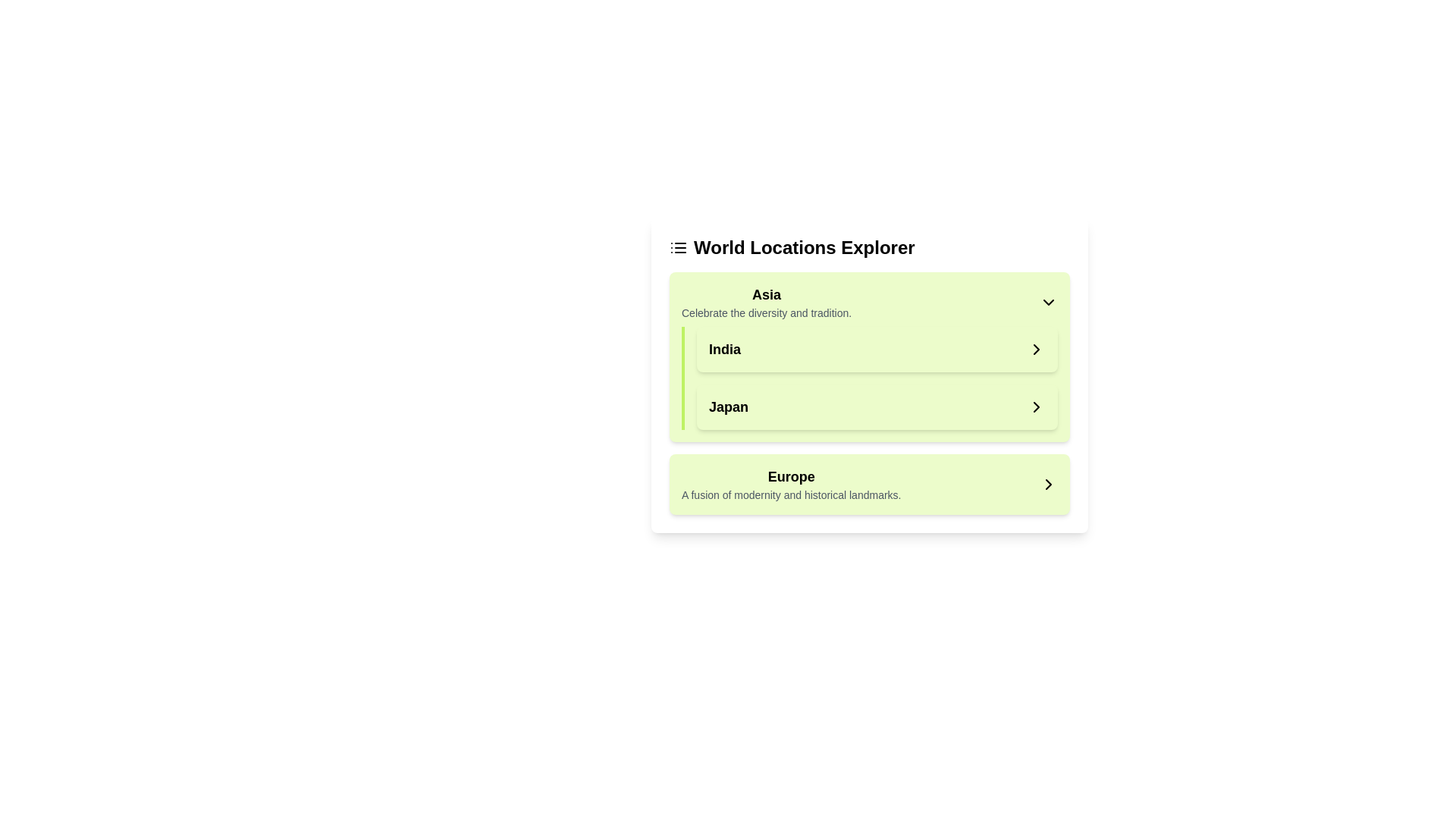 The image size is (1456, 819). Describe the element at coordinates (1036, 350) in the screenshot. I see `the right-pointing chevron (>) icon located within a green background next to the text 'India' in the 'Asia' section` at that location.